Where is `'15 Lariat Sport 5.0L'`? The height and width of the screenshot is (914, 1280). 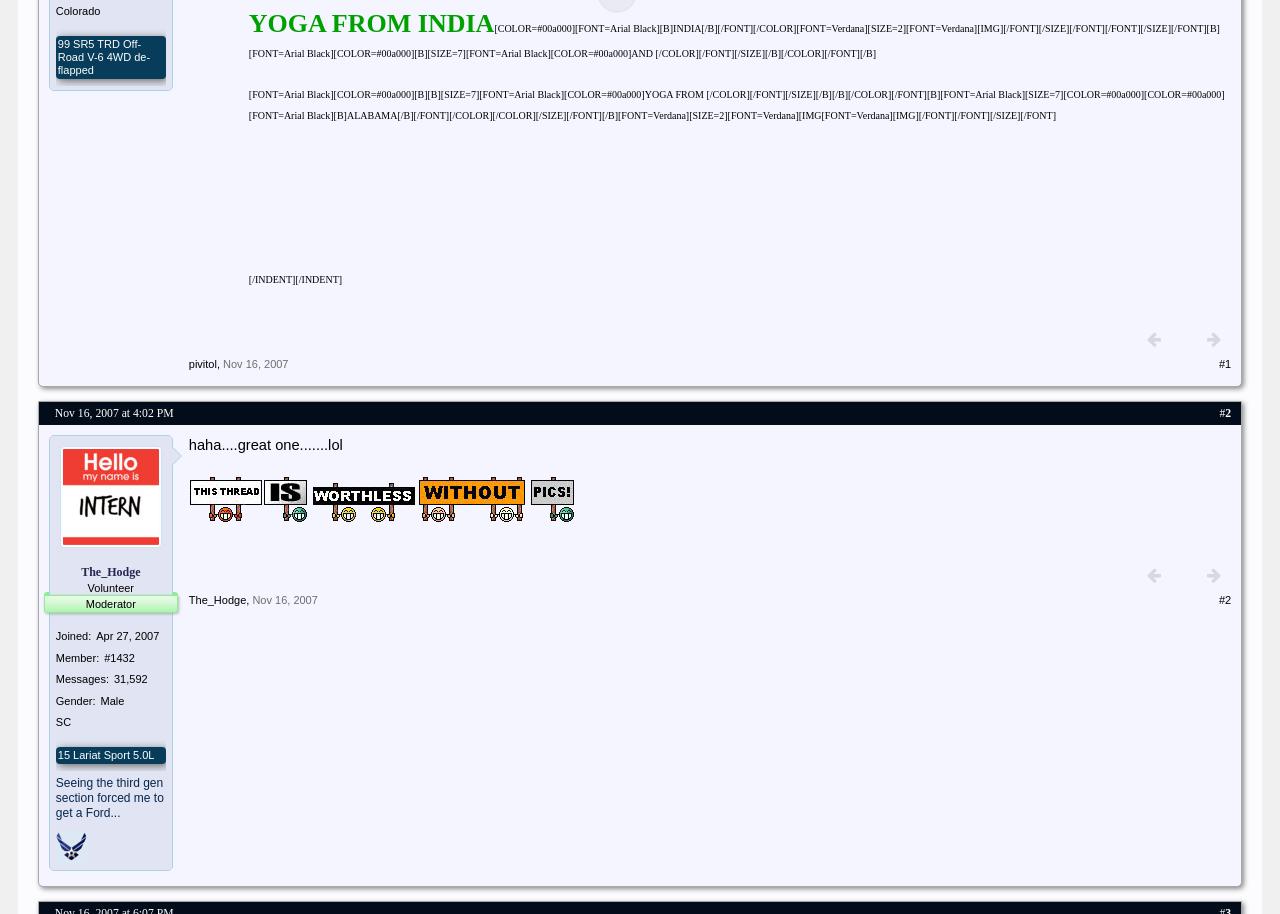
'15 Lariat Sport 5.0L' is located at coordinates (104, 753).